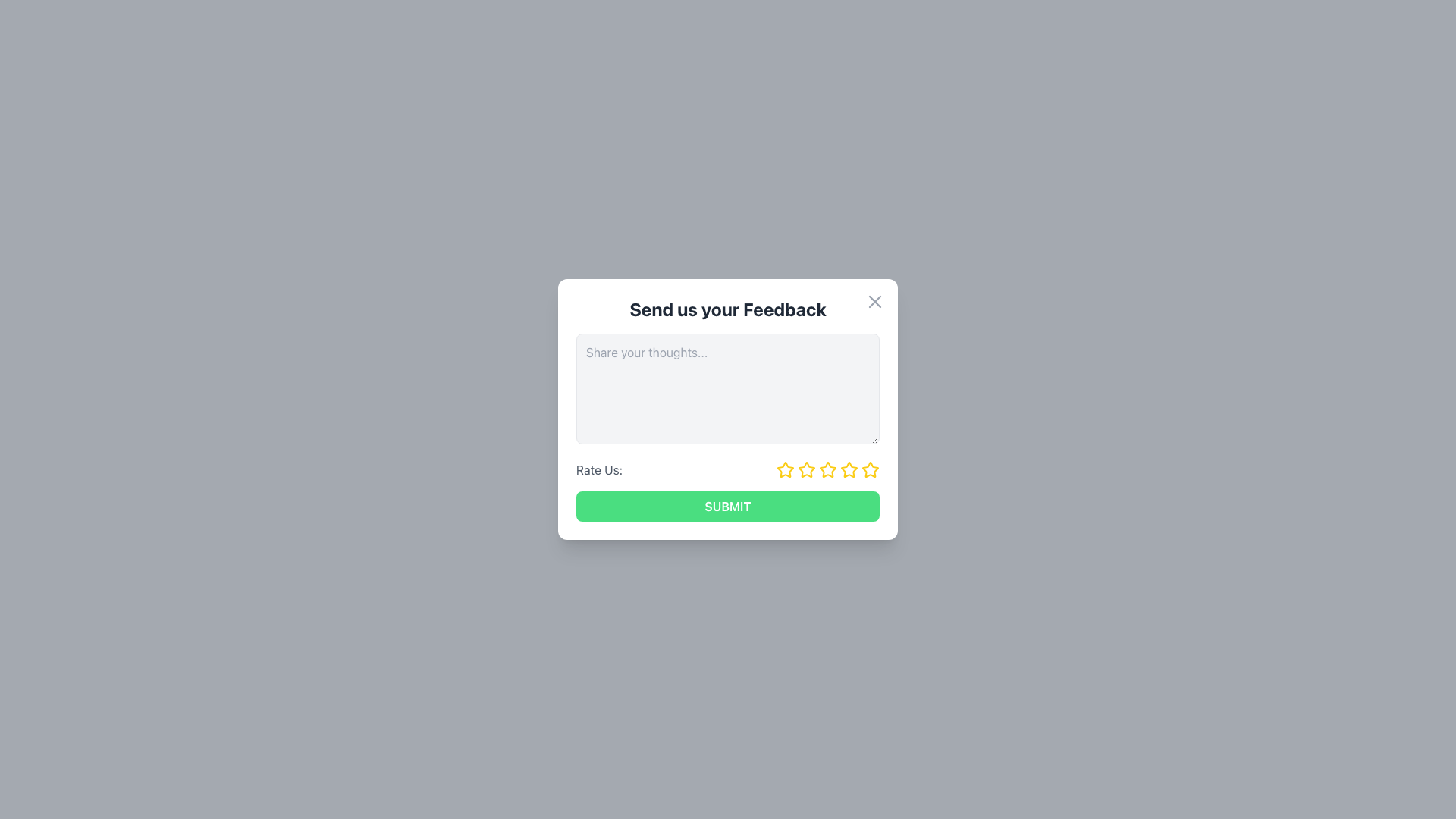 This screenshot has width=1456, height=819. I want to click on the 'X' close button located at the top-right corner of the feedback modal box to change its color, so click(874, 301).